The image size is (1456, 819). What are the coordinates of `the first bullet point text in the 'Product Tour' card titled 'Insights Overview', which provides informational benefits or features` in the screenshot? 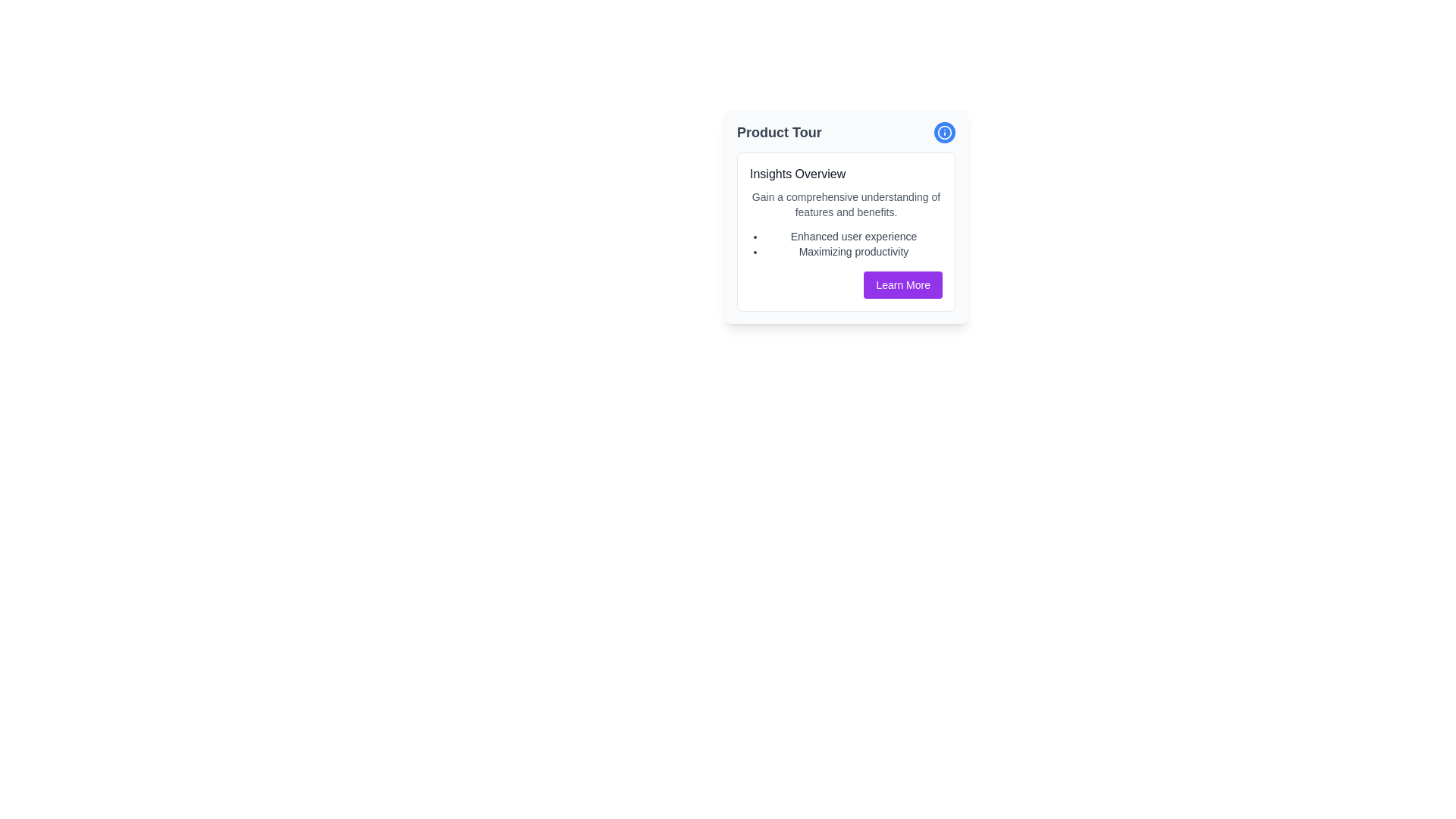 It's located at (854, 237).